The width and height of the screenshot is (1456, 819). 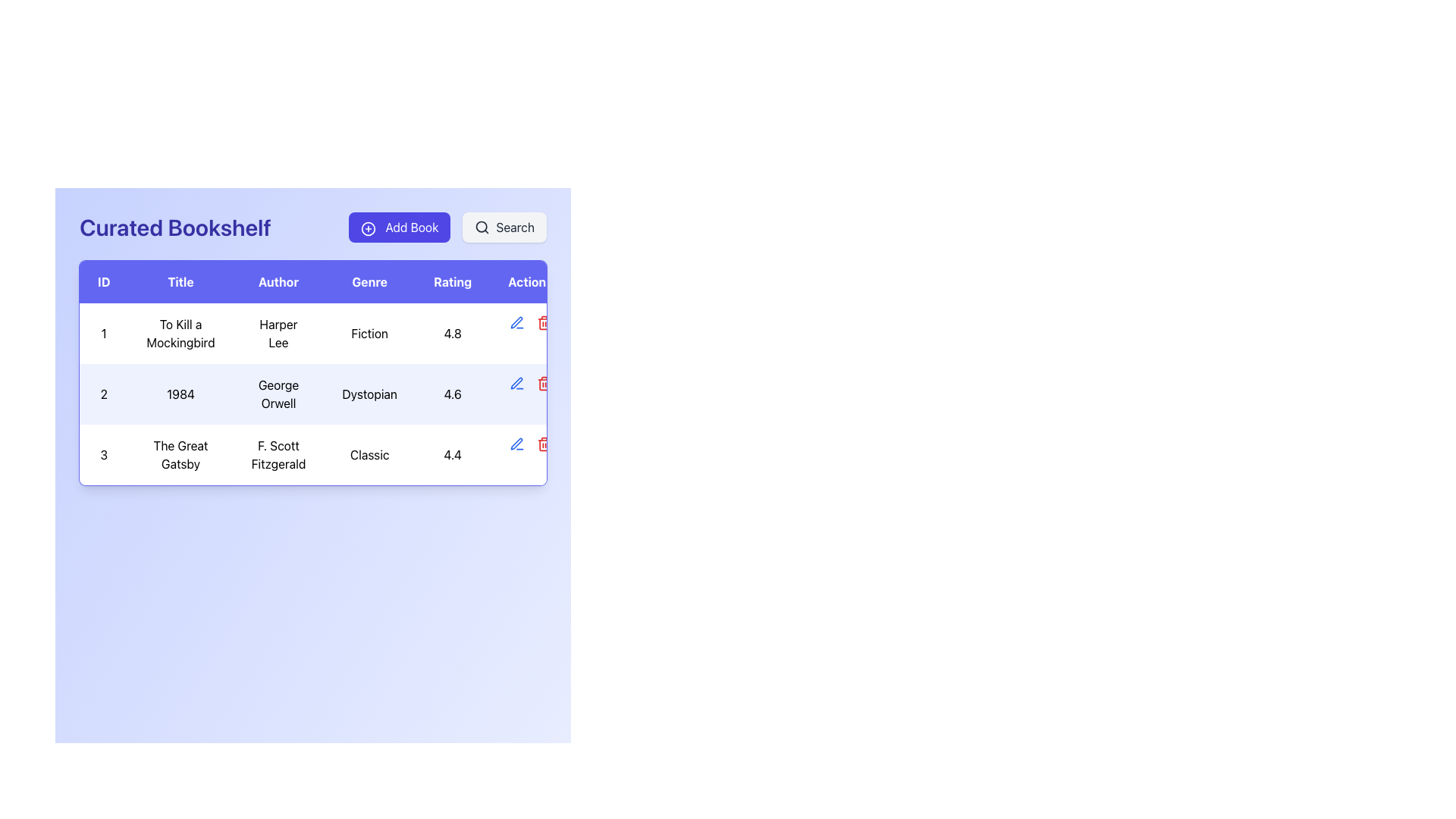 What do you see at coordinates (452, 281) in the screenshot?
I see `the 'Rating' column header text label, which is the fifth column in the table, located between the 'Genre' and 'Actions' columns` at bounding box center [452, 281].